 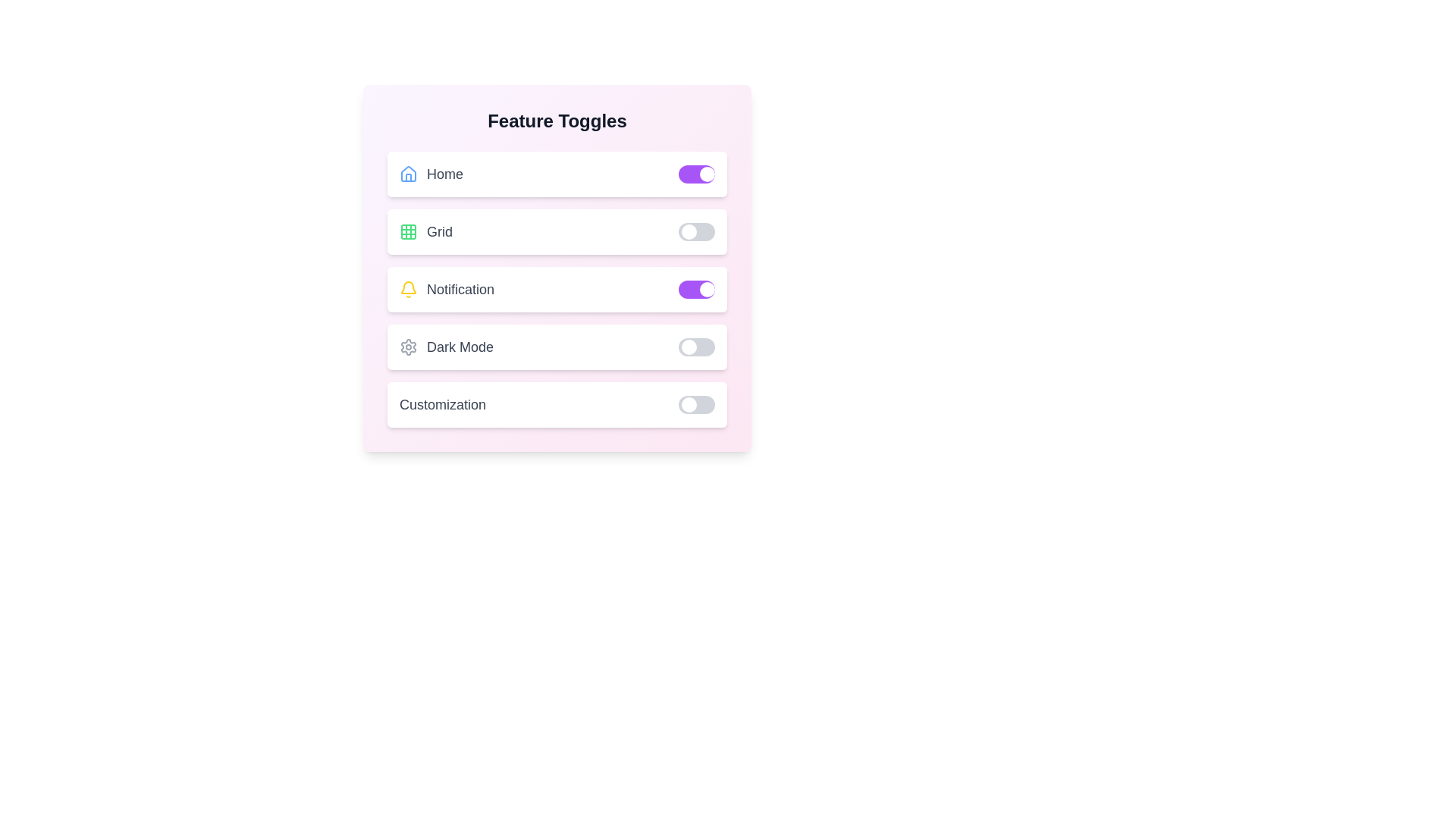 What do you see at coordinates (408, 347) in the screenshot?
I see `the cogwheel icon representing the 'Dark Mode' toggle option` at bounding box center [408, 347].